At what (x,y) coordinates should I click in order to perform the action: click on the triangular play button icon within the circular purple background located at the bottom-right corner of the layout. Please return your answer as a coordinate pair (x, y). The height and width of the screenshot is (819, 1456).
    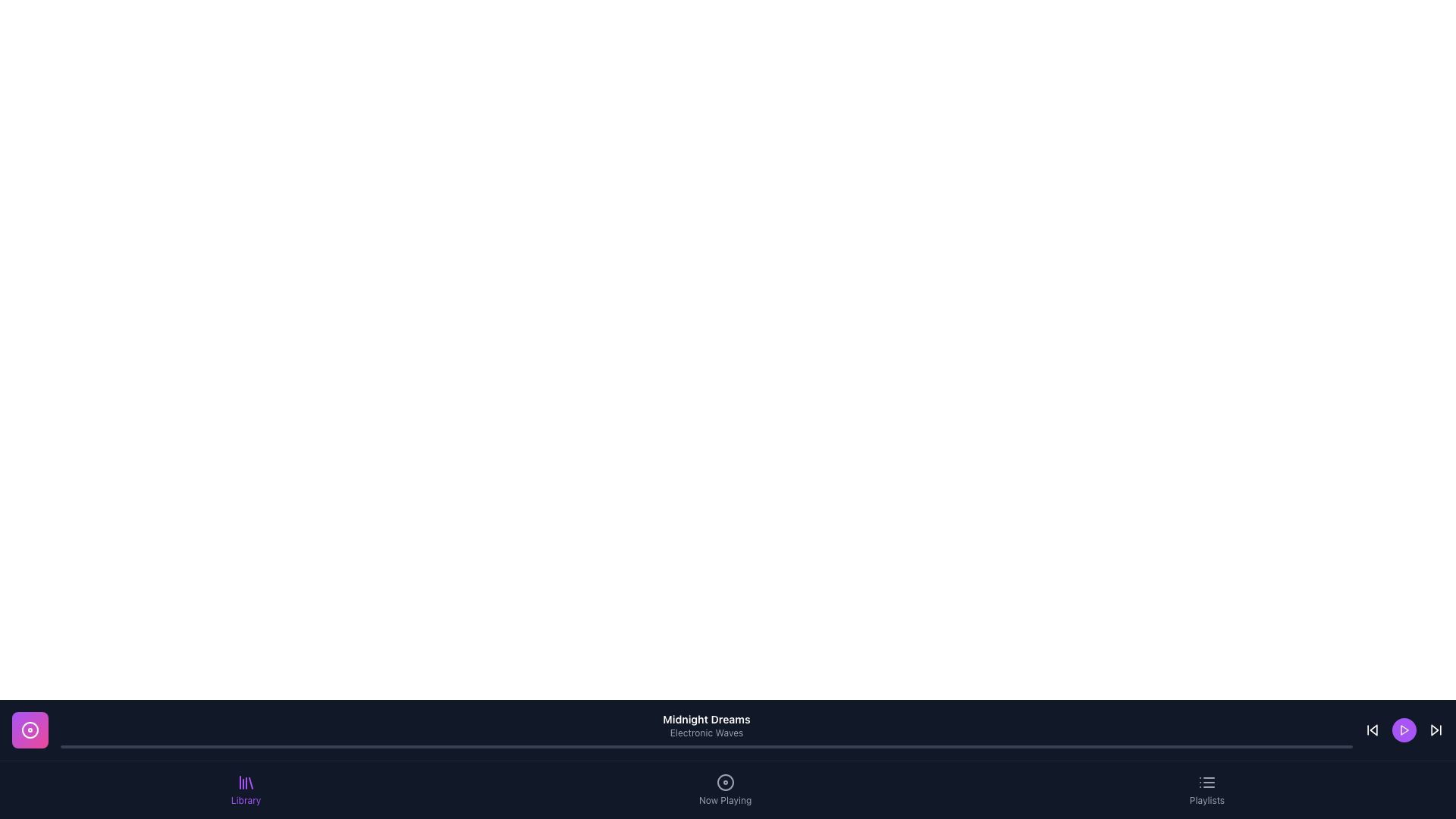
    Looking at the image, I should click on (1404, 730).